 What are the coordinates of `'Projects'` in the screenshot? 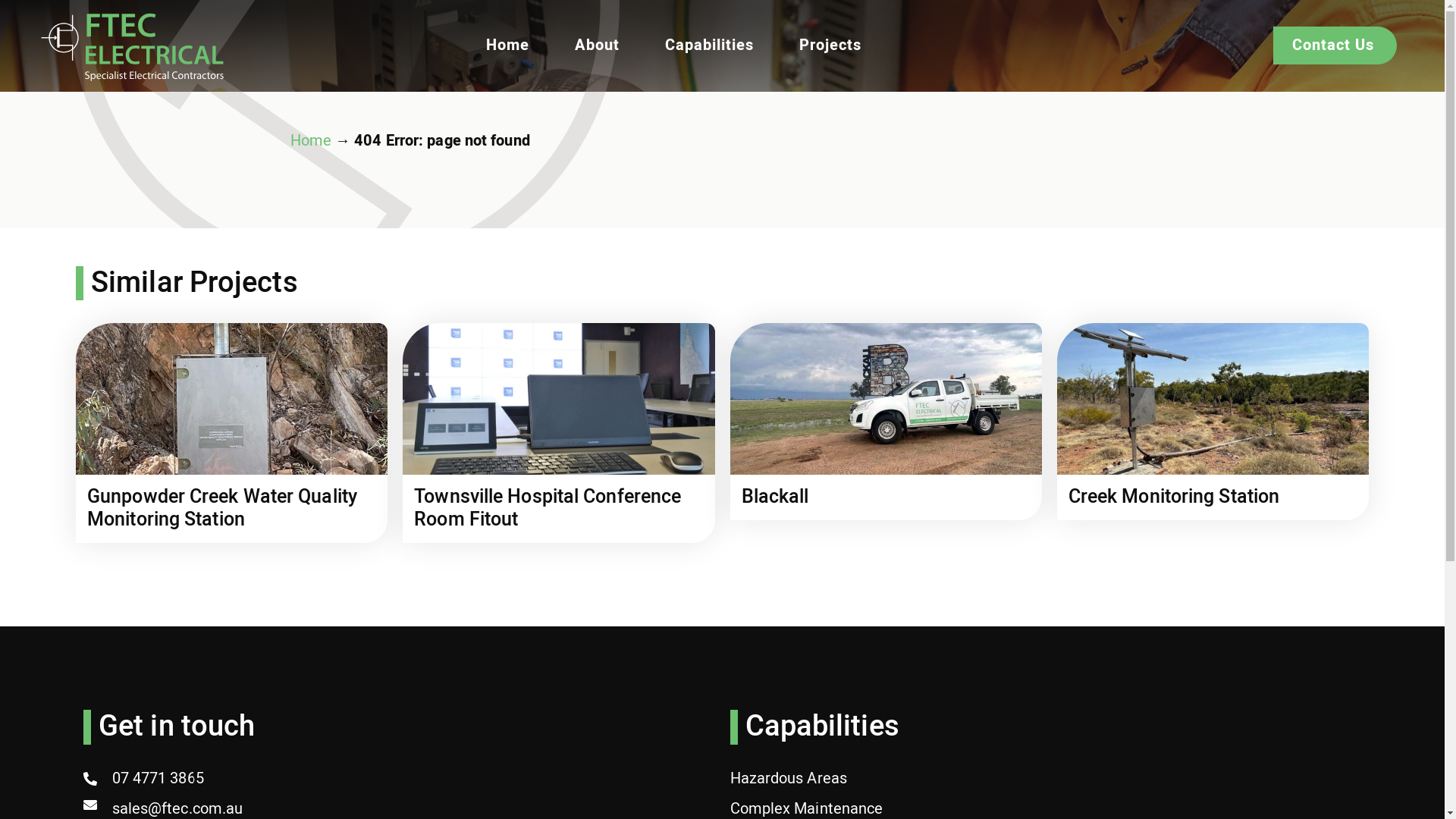 It's located at (829, 45).